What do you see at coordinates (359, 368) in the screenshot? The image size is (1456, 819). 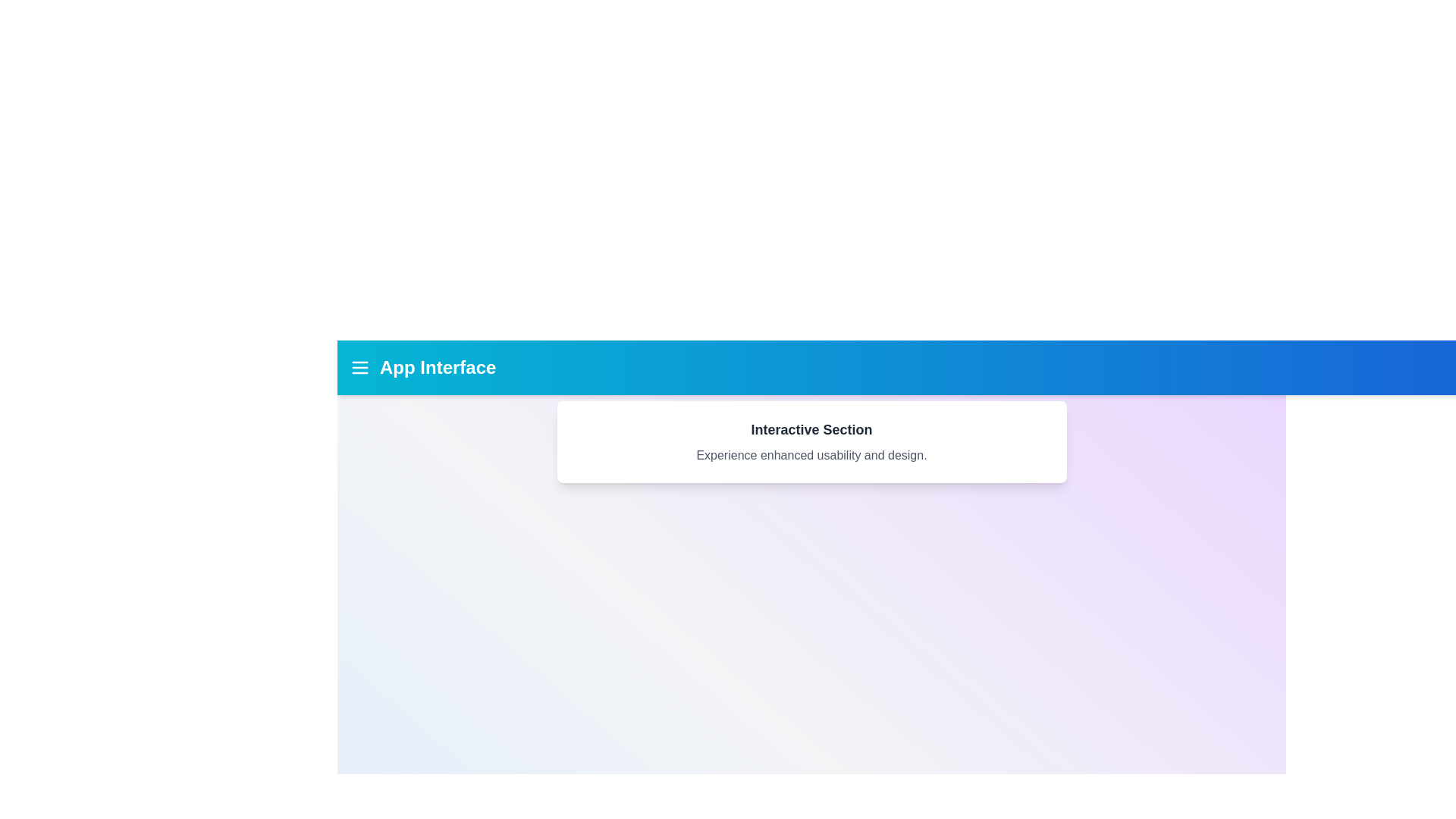 I see `the navigation menu icon to open the menu` at bounding box center [359, 368].